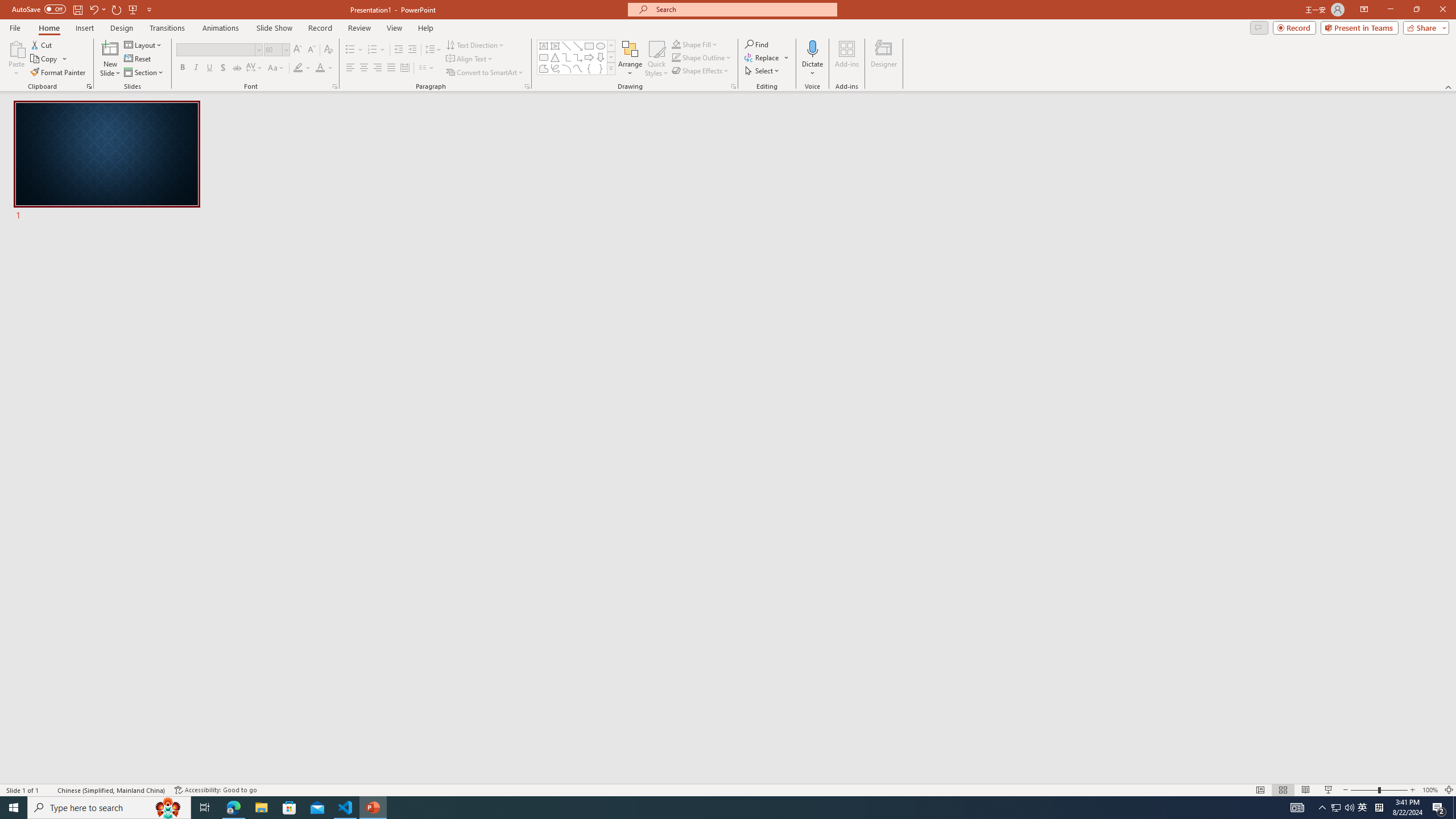 The width and height of the screenshot is (1456, 819). Describe the element at coordinates (695, 44) in the screenshot. I see `'Shape Fill'` at that location.